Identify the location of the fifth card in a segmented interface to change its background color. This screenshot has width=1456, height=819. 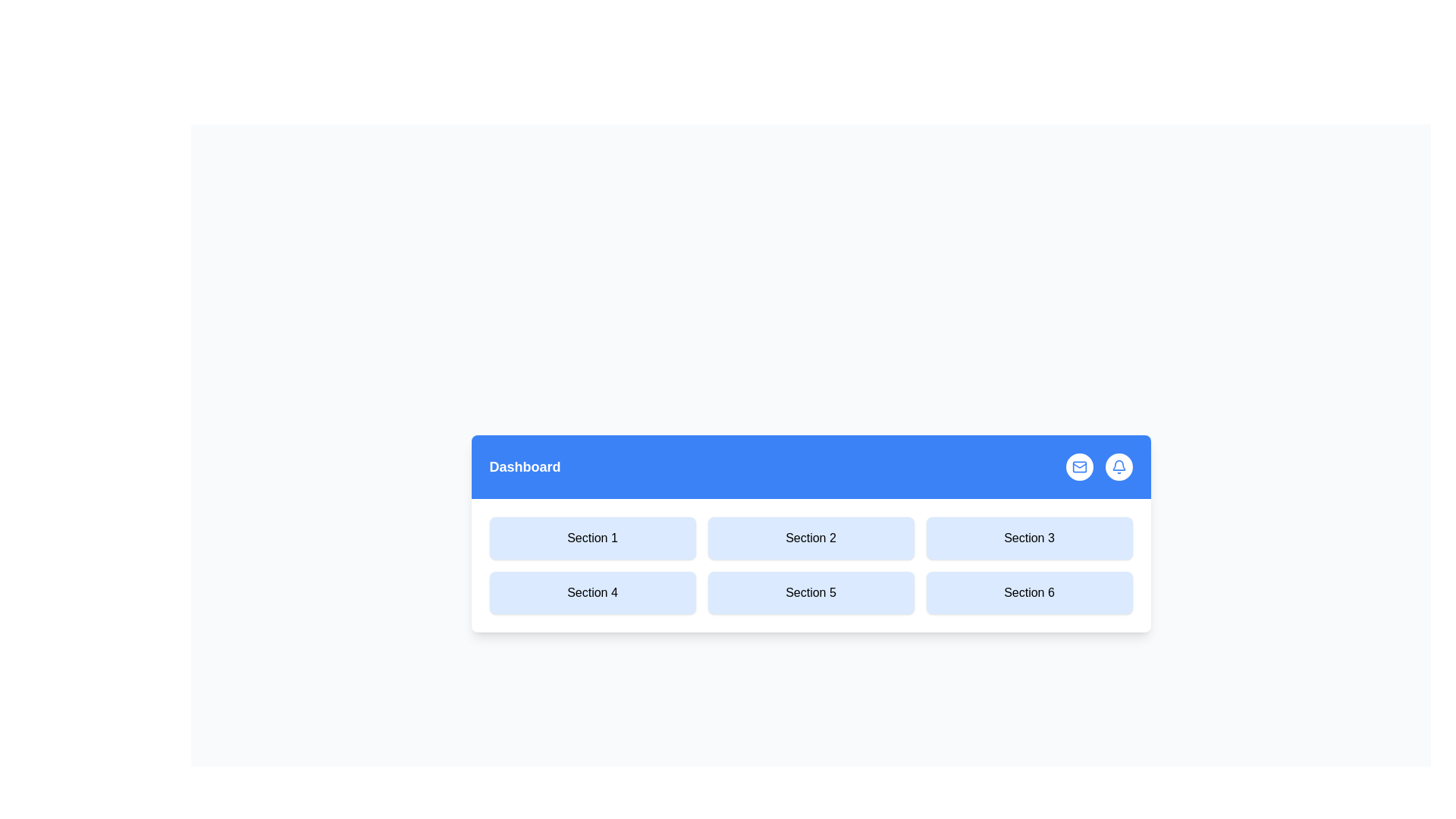
(810, 592).